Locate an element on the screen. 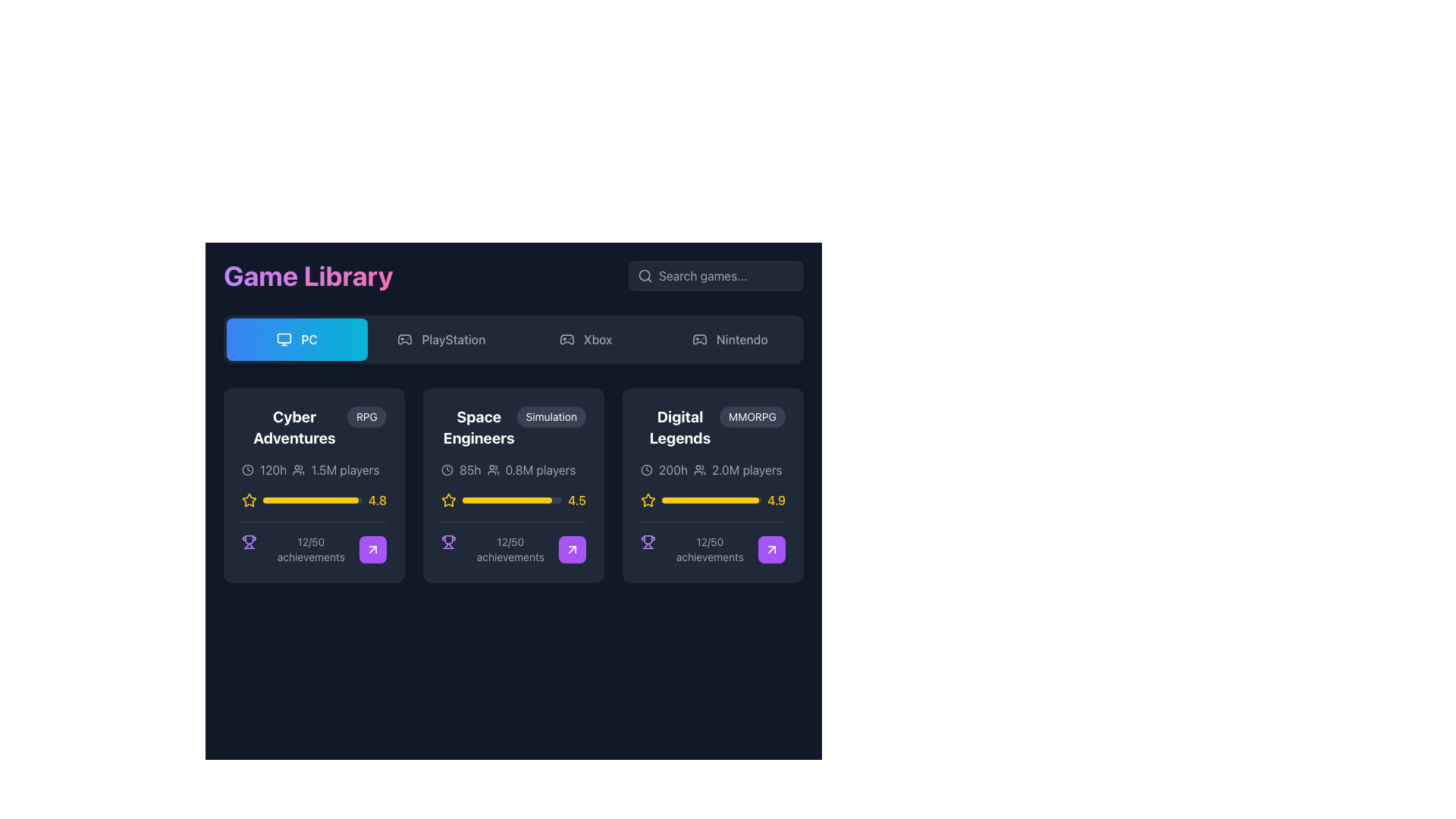 This screenshot has height=819, width=1456. the achievement icon located to the left of the '12/50 achievements' text in the 'Space Engineers' card is located at coordinates (447, 541).